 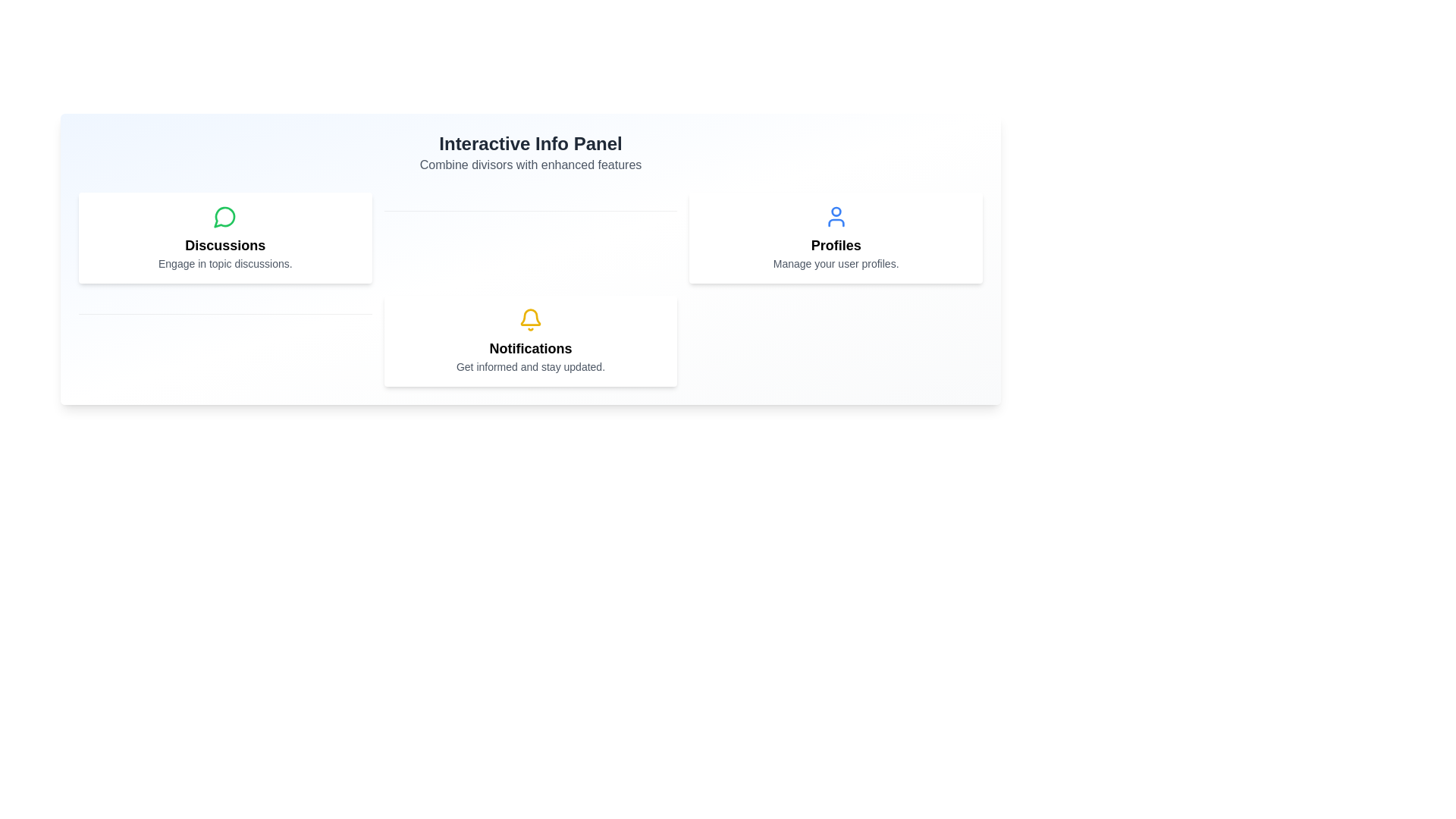 What do you see at coordinates (224, 237) in the screenshot?
I see `the first informational card on the left side of the three-column grid layout, which guides users towards engaging in topic discussions` at bounding box center [224, 237].